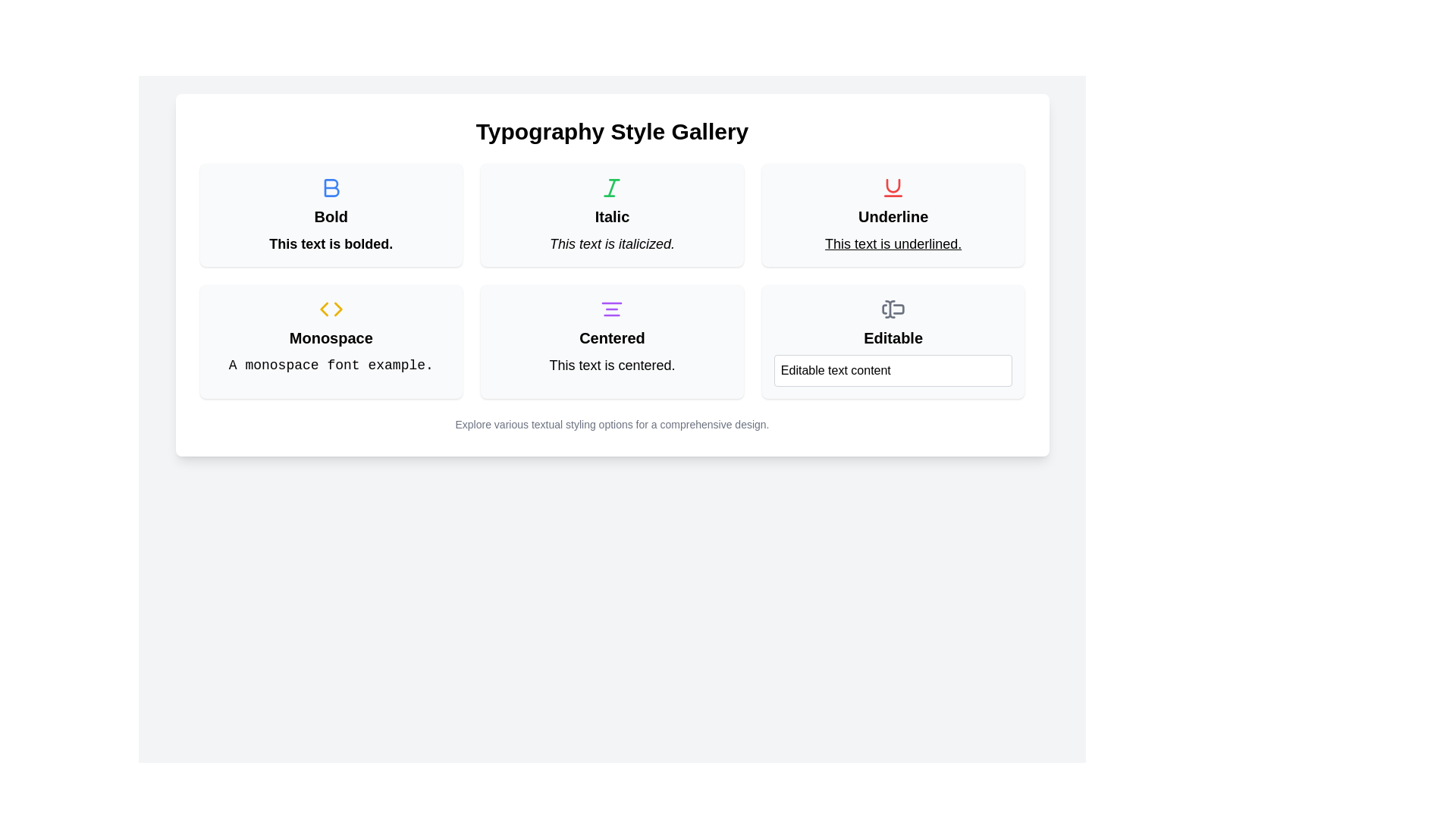 The image size is (1456, 819). What do you see at coordinates (612, 309) in the screenshot?
I see `the purple circular icon with three horizontal lines, located in the card labeled 'Centered', situated above the text 'Centered'` at bounding box center [612, 309].